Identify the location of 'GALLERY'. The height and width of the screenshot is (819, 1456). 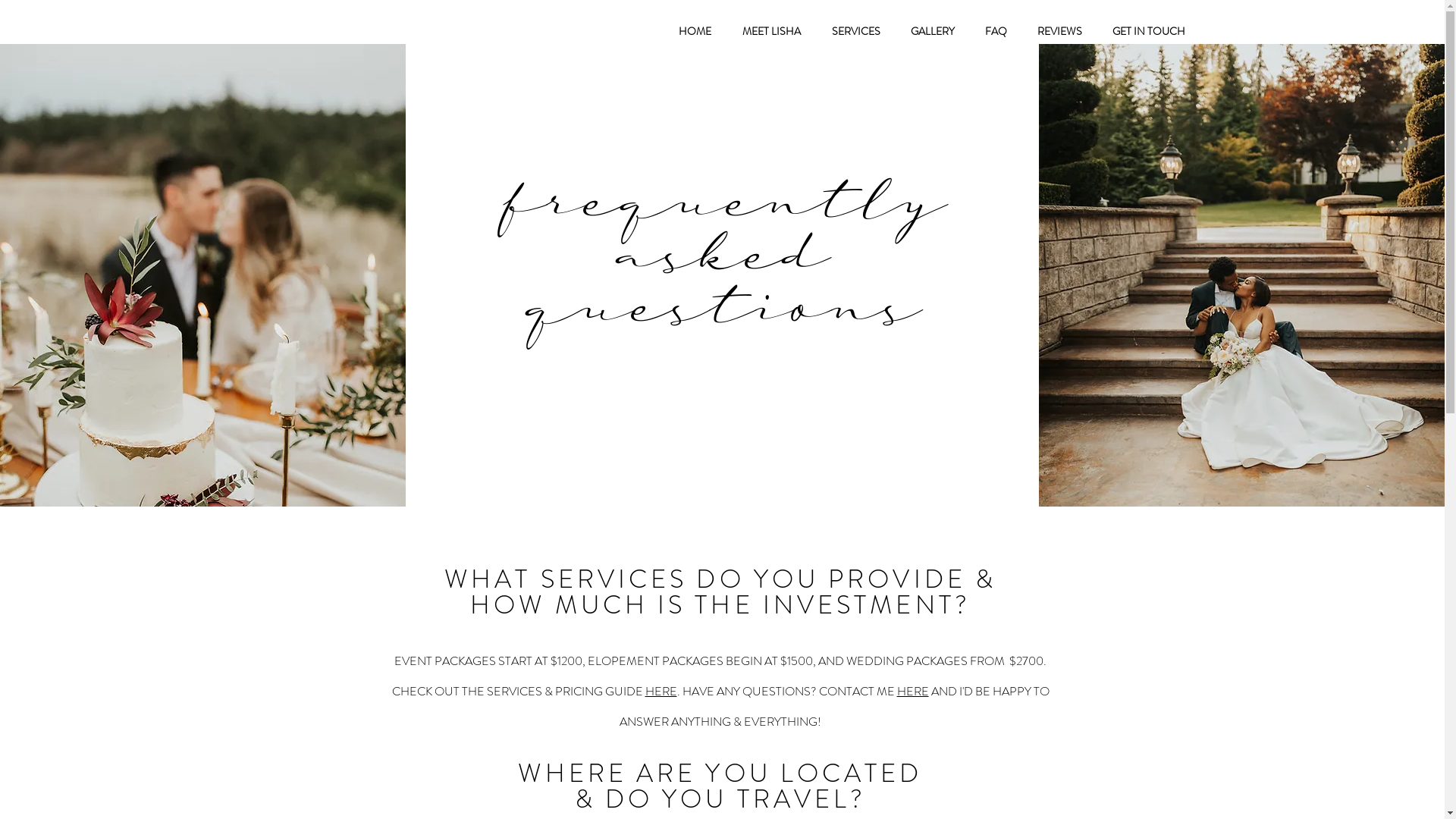
(930, 31).